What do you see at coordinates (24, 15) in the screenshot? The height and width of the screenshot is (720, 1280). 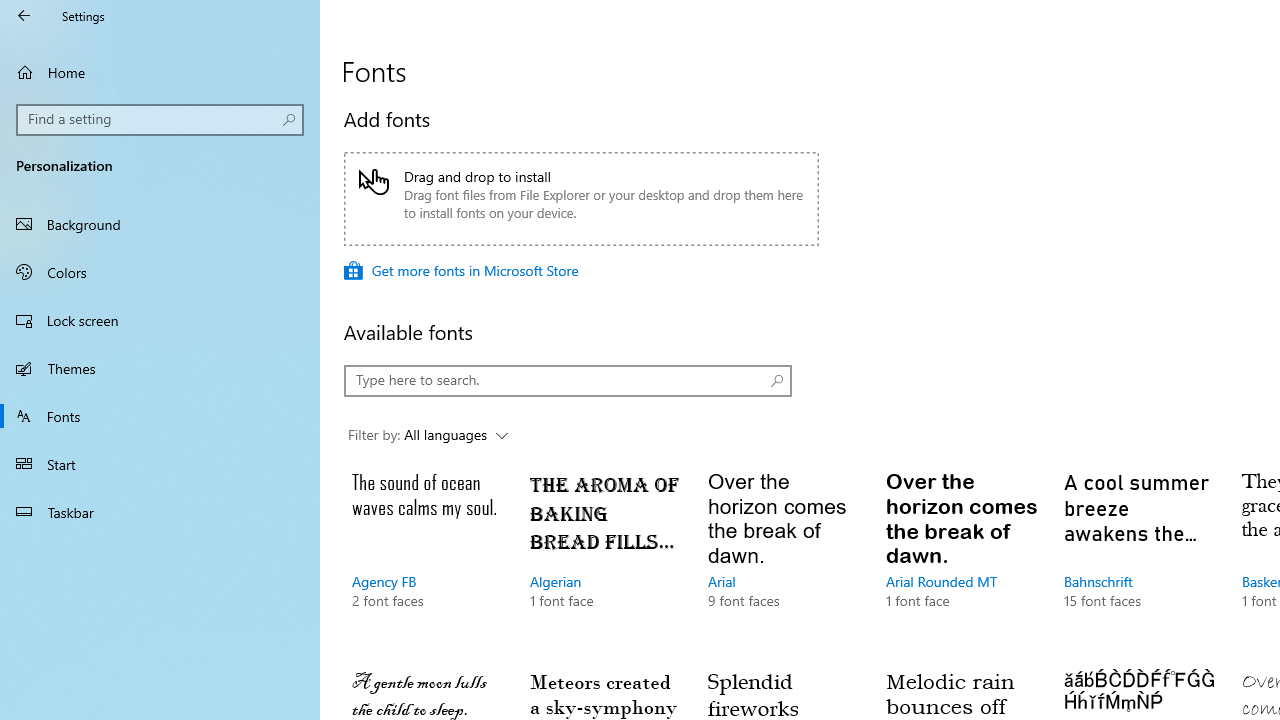 I see `'Back'` at bounding box center [24, 15].